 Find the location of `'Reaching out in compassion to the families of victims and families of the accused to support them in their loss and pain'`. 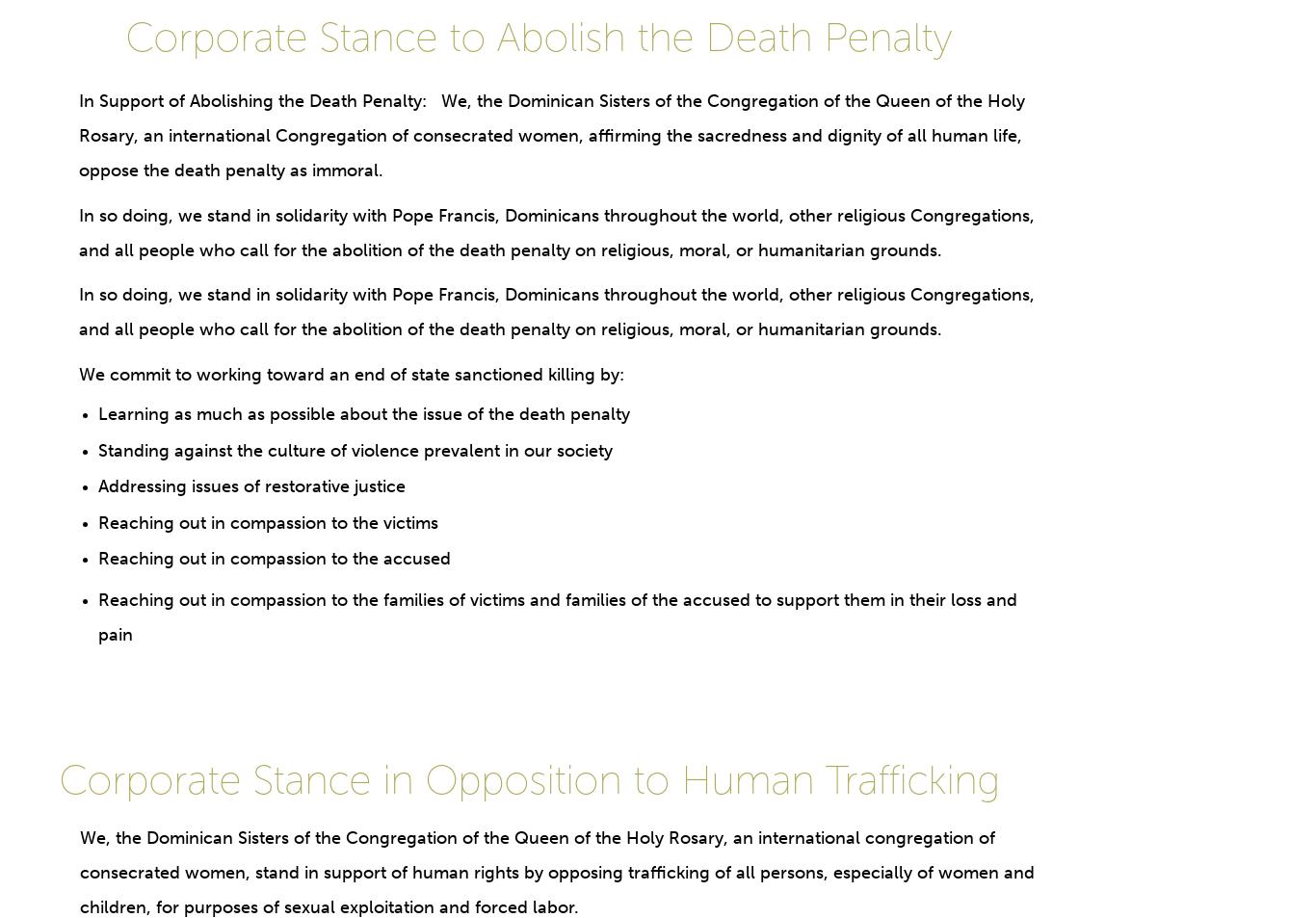

'Reaching out in compassion to the families of victims and families of the accused to support them in their loss and pain' is located at coordinates (555, 616).